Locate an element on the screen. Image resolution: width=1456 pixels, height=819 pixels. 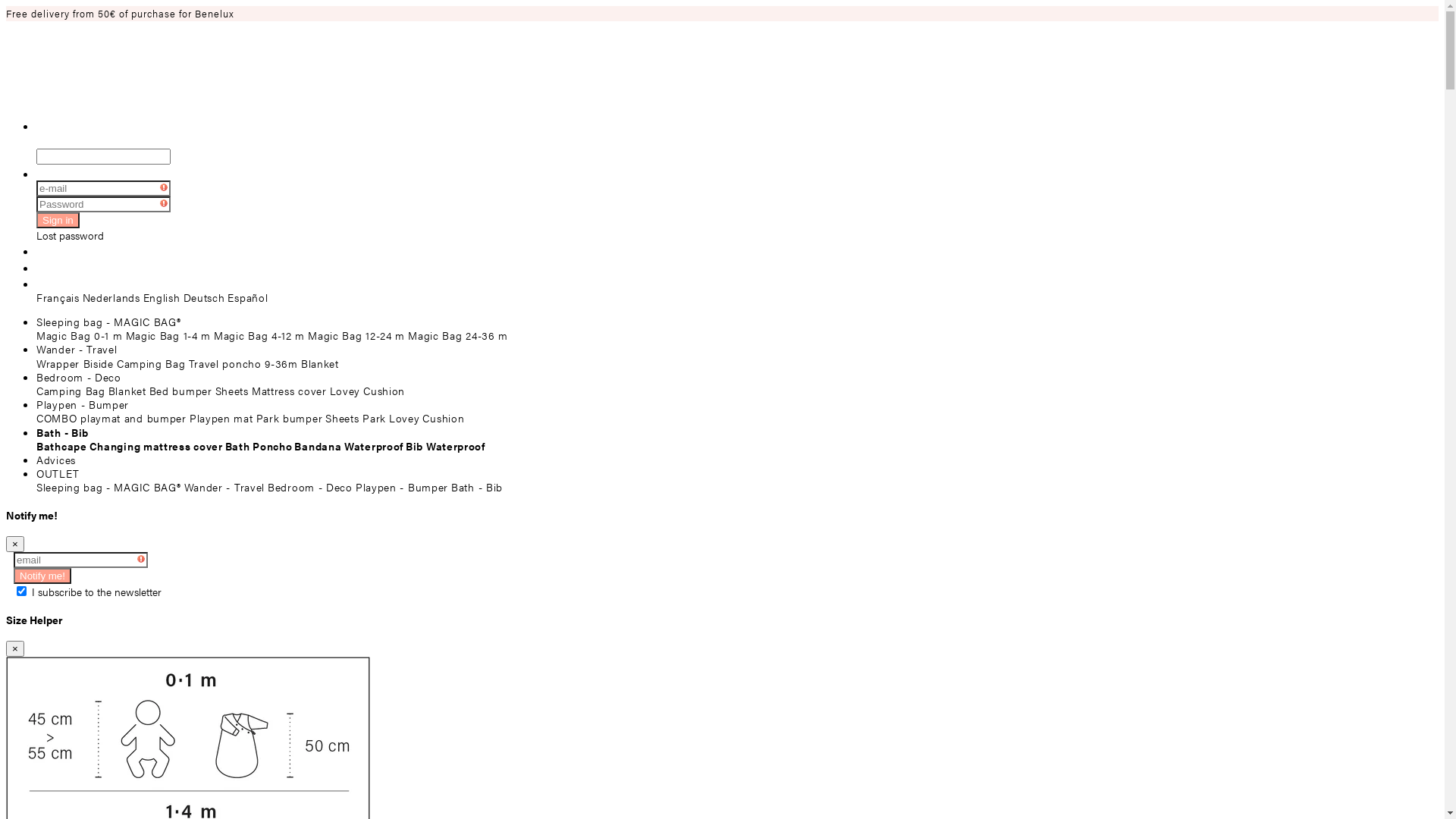
'Playpen mat' is located at coordinates (221, 418).